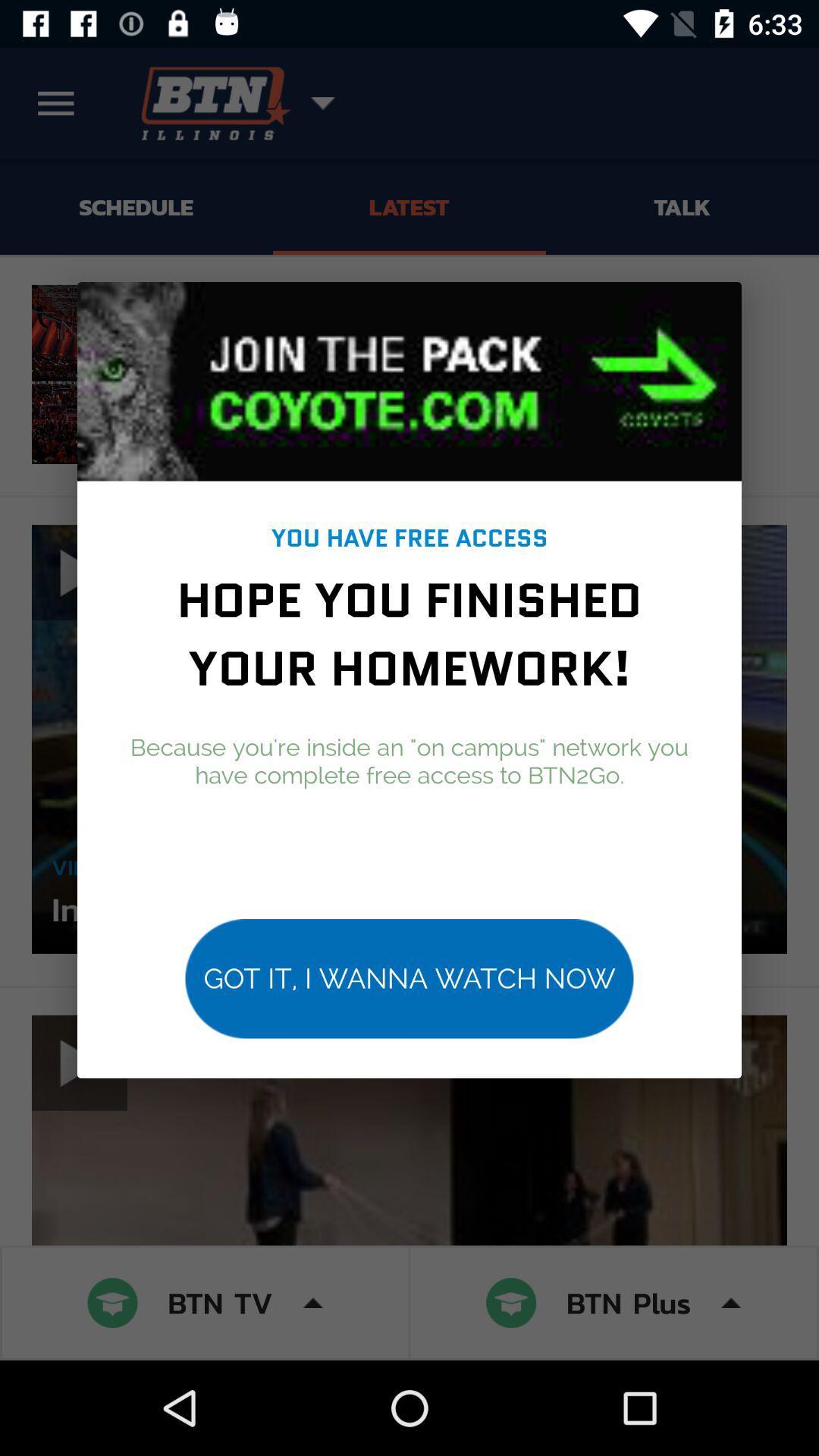 This screenshot has height=1456, width=819. Describe the element at coordinates (409, 978) in the screenshot. I see `icon below the because you re` at that location.